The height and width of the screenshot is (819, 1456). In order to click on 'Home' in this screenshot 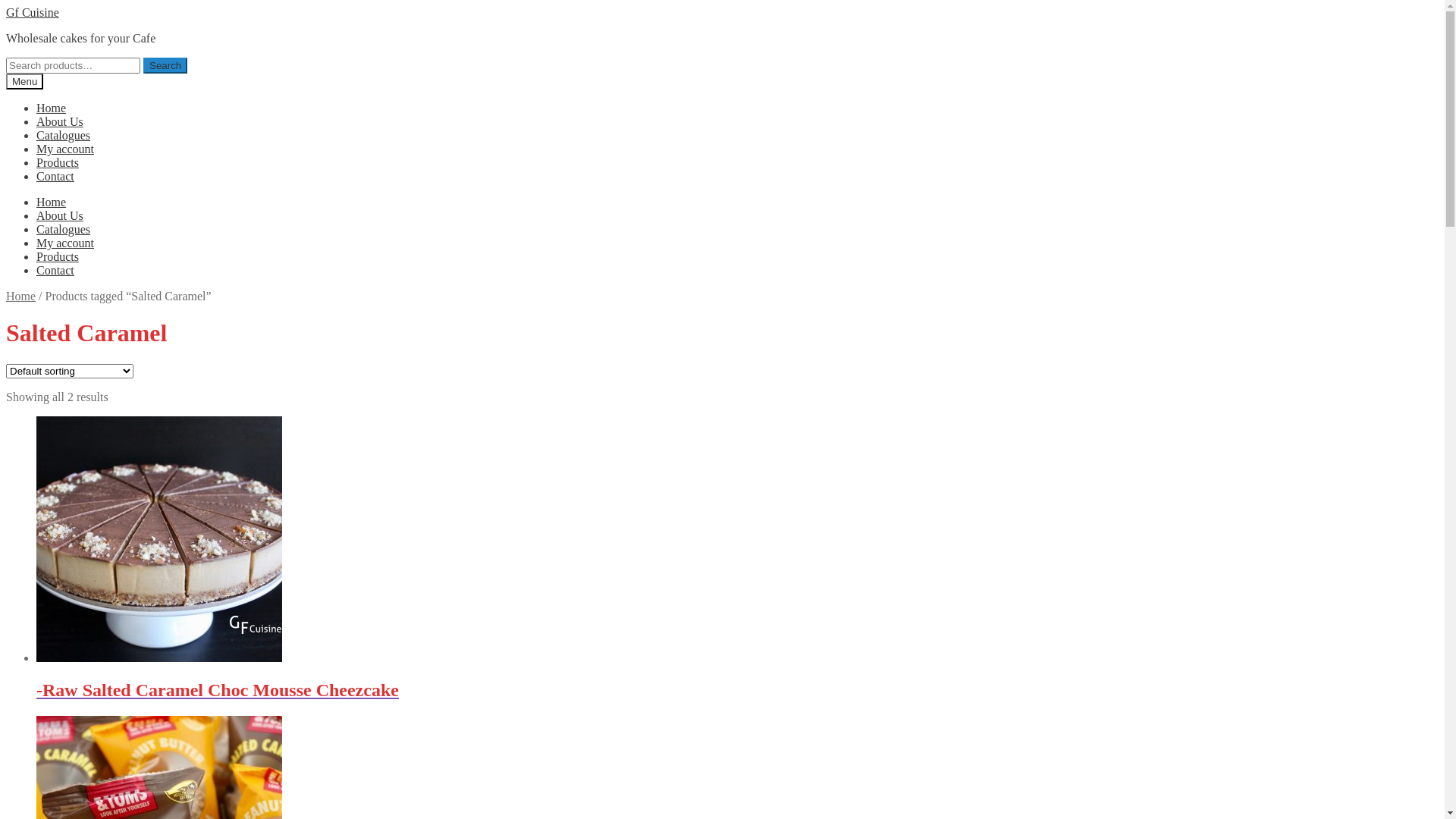, I will do `click(51, 201)`.